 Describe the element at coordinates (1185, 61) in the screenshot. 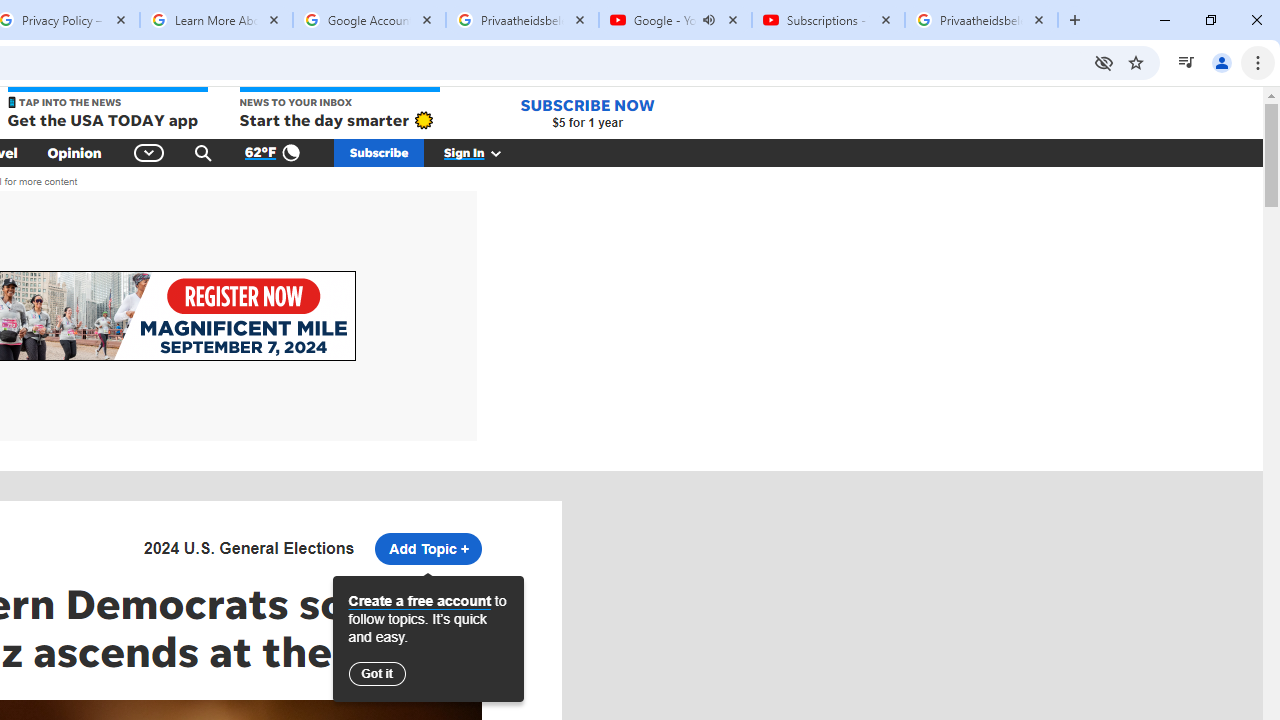

I see `'Control your music, videos, and more'` at that location.